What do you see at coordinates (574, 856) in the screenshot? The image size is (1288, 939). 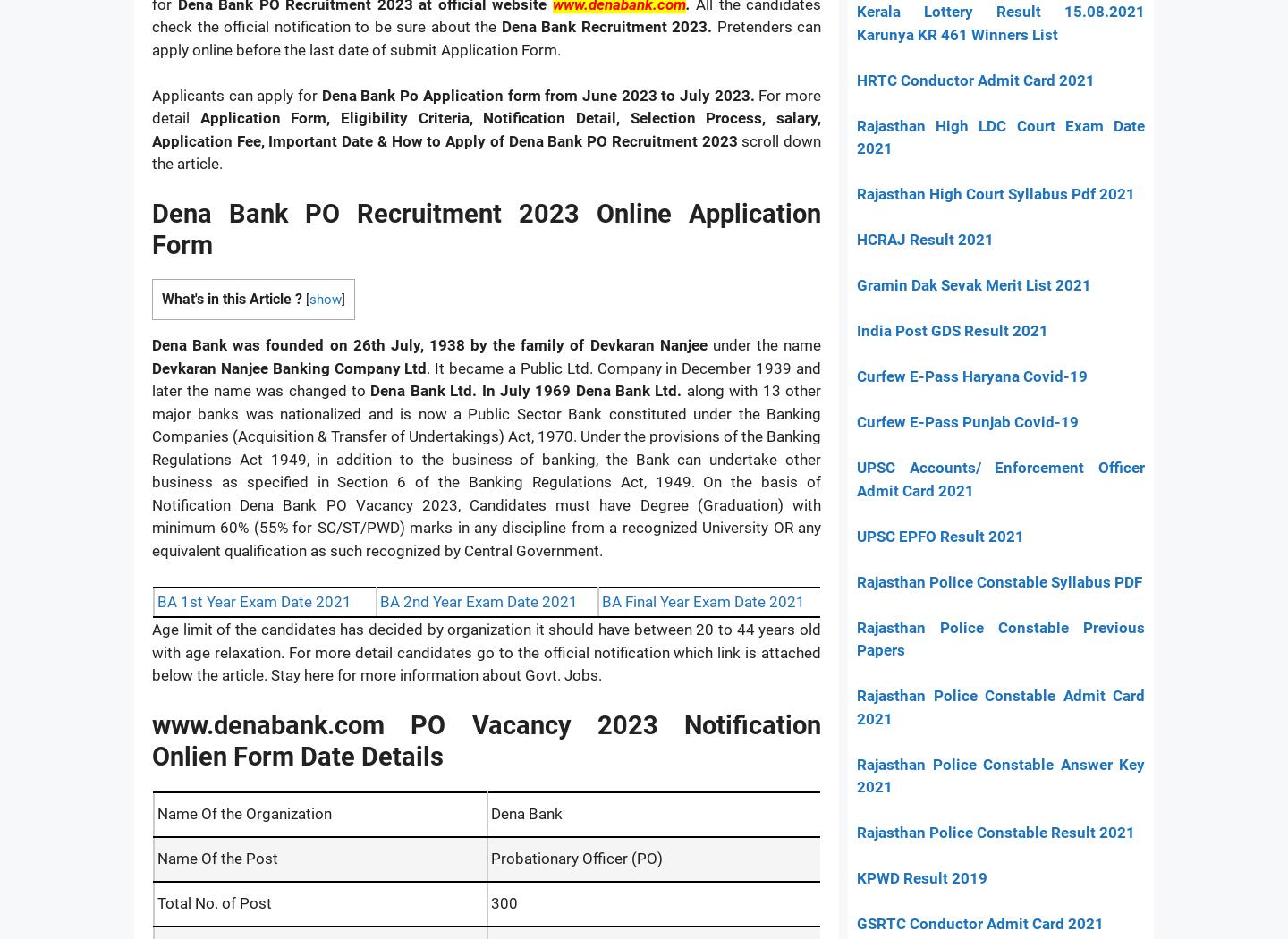 I see `'Probationary Officer (PO)'` at bounding box center [574, 856].